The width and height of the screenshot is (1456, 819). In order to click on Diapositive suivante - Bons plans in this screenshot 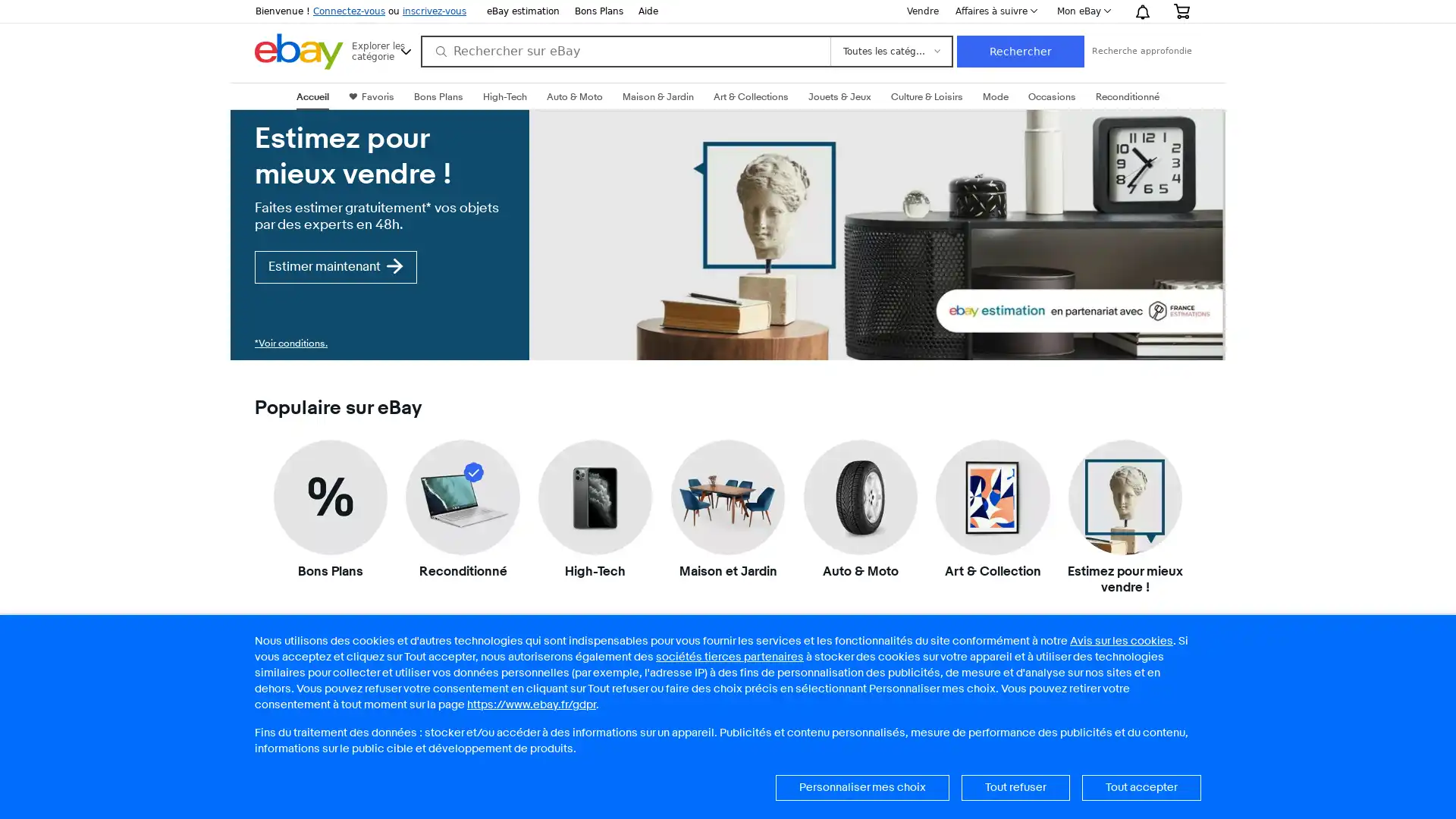, I will do `click(1188, 798)`.